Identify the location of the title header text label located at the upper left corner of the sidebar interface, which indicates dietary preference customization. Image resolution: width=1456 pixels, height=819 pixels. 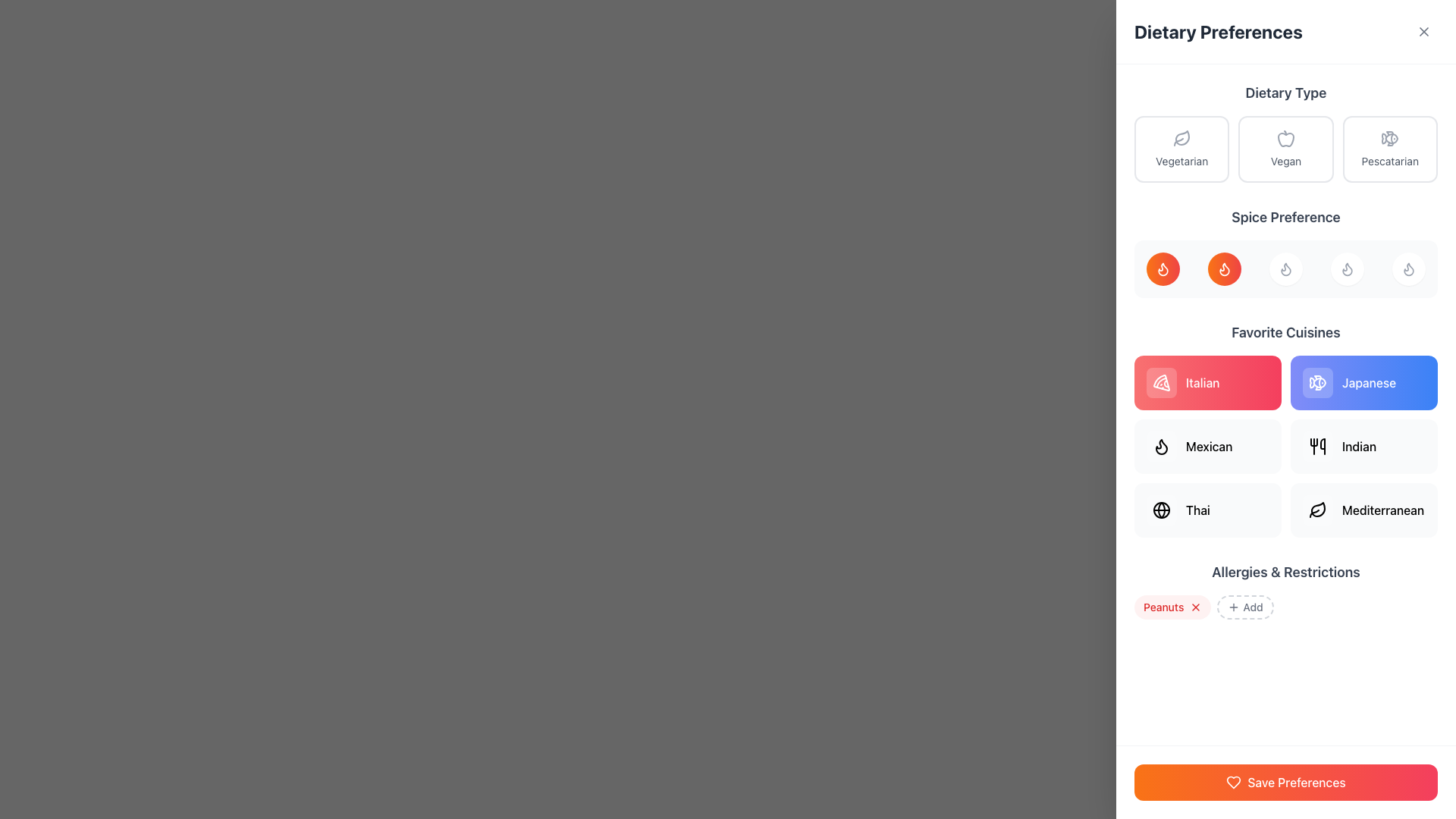
(1218, 32).